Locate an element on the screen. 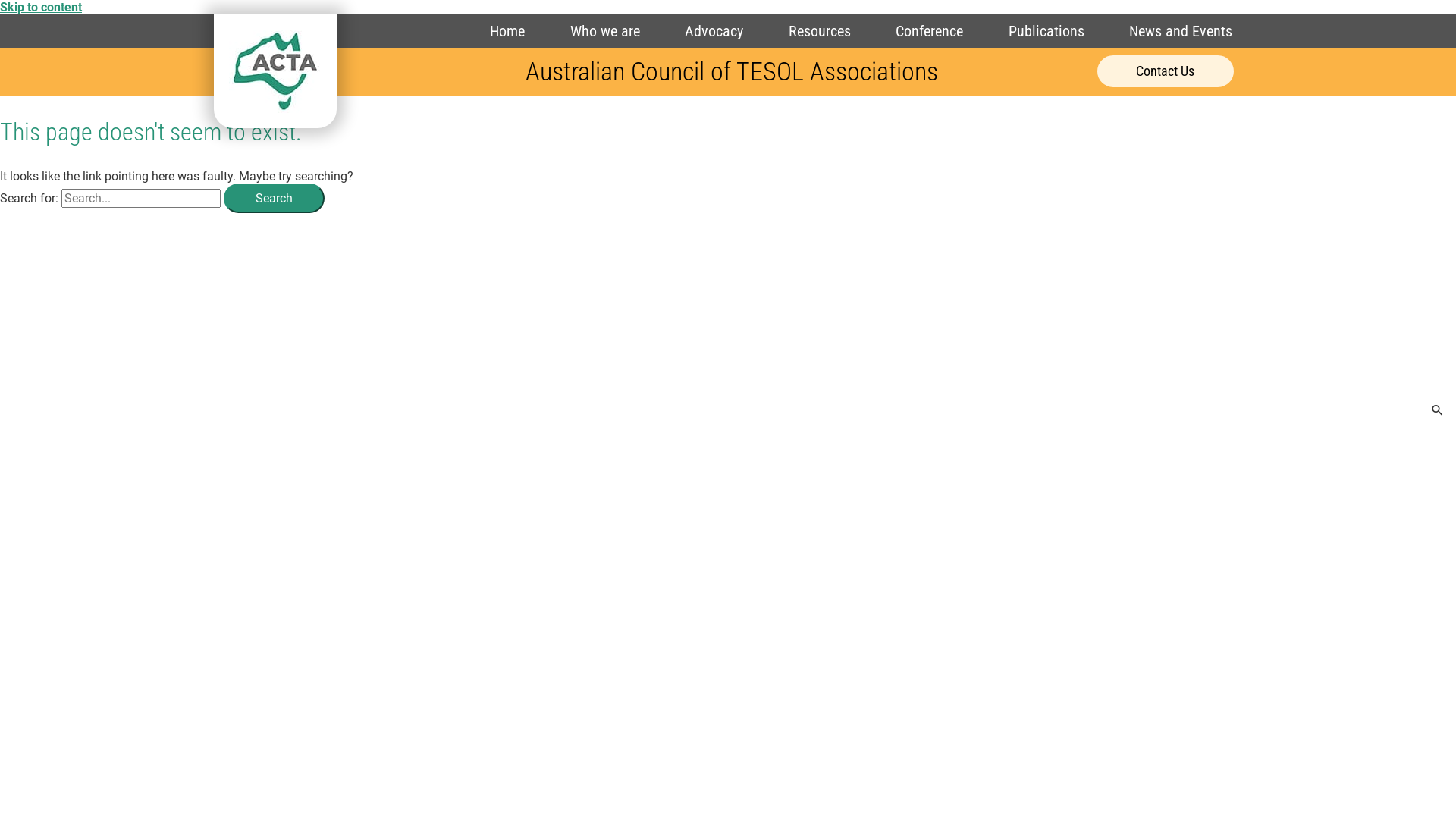 This screenshot has width=1456, height=819. 'Home' is located at coordinates (507, 31).